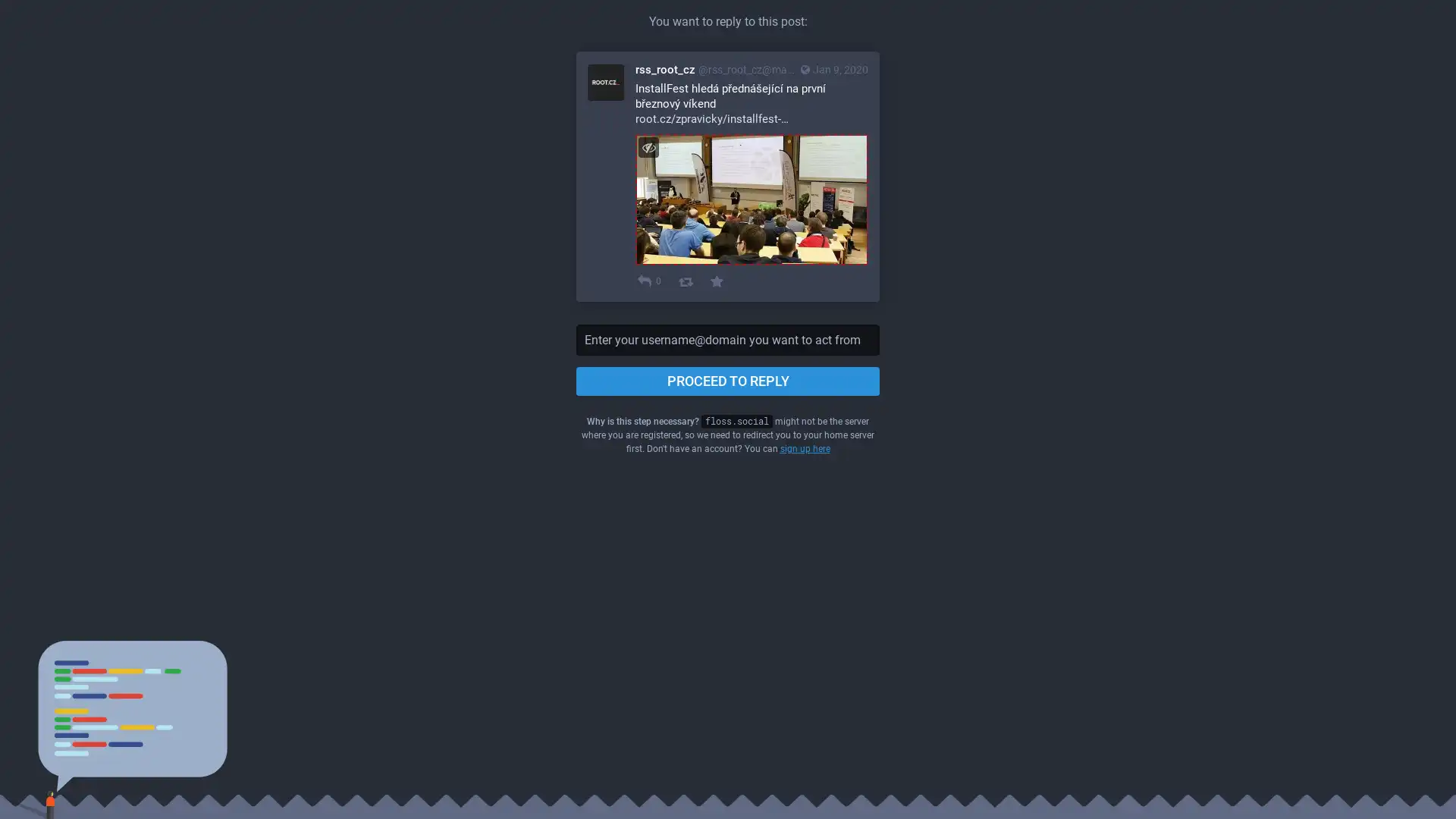  I want to click on Hide image, so click(648, 147).